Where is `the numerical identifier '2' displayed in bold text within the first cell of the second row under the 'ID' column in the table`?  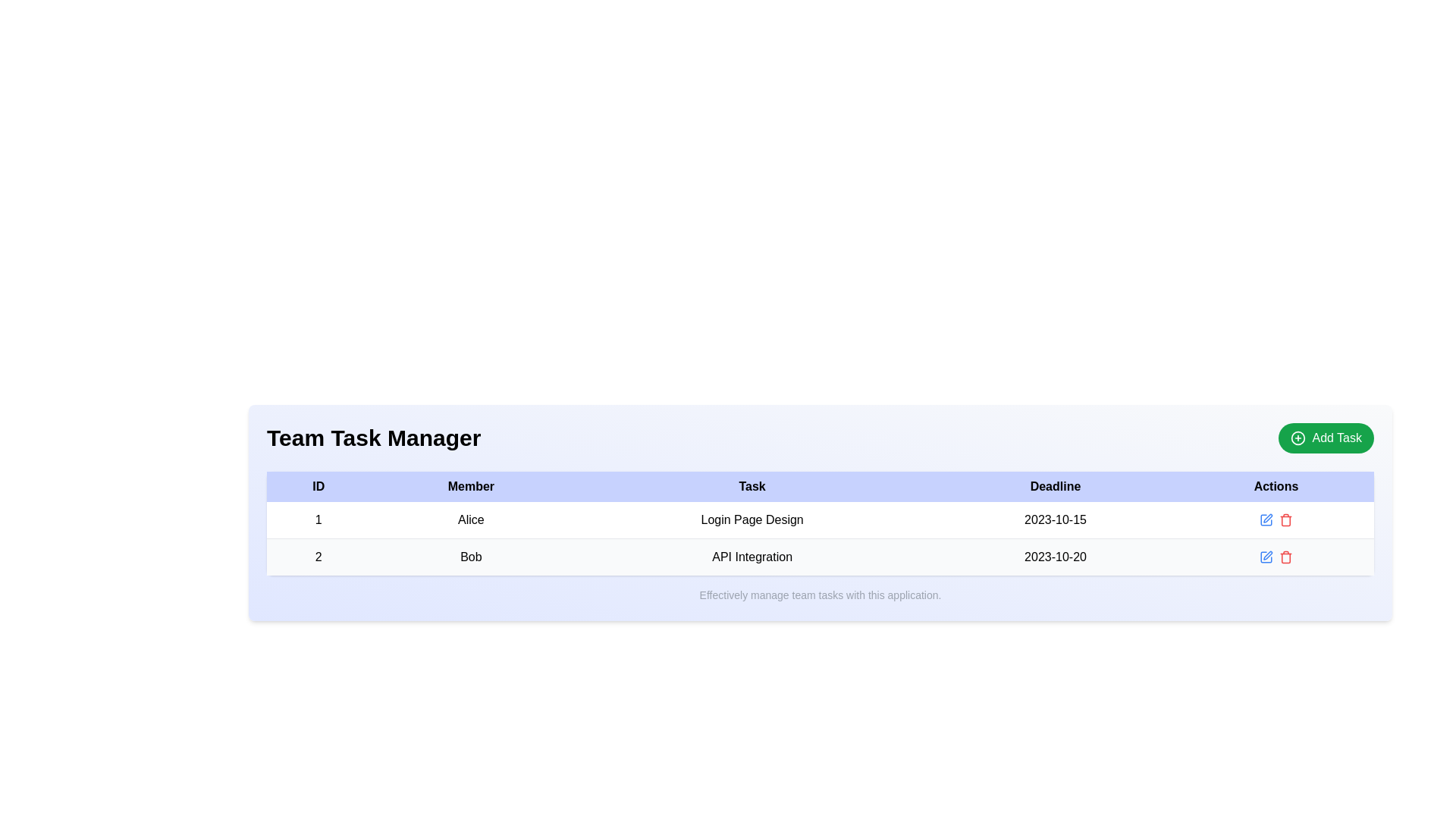 the numerical identifier '2' displayed in bold text within the first cell of the second row under the 'ID' column in the table is located at coordinates (318, 557).